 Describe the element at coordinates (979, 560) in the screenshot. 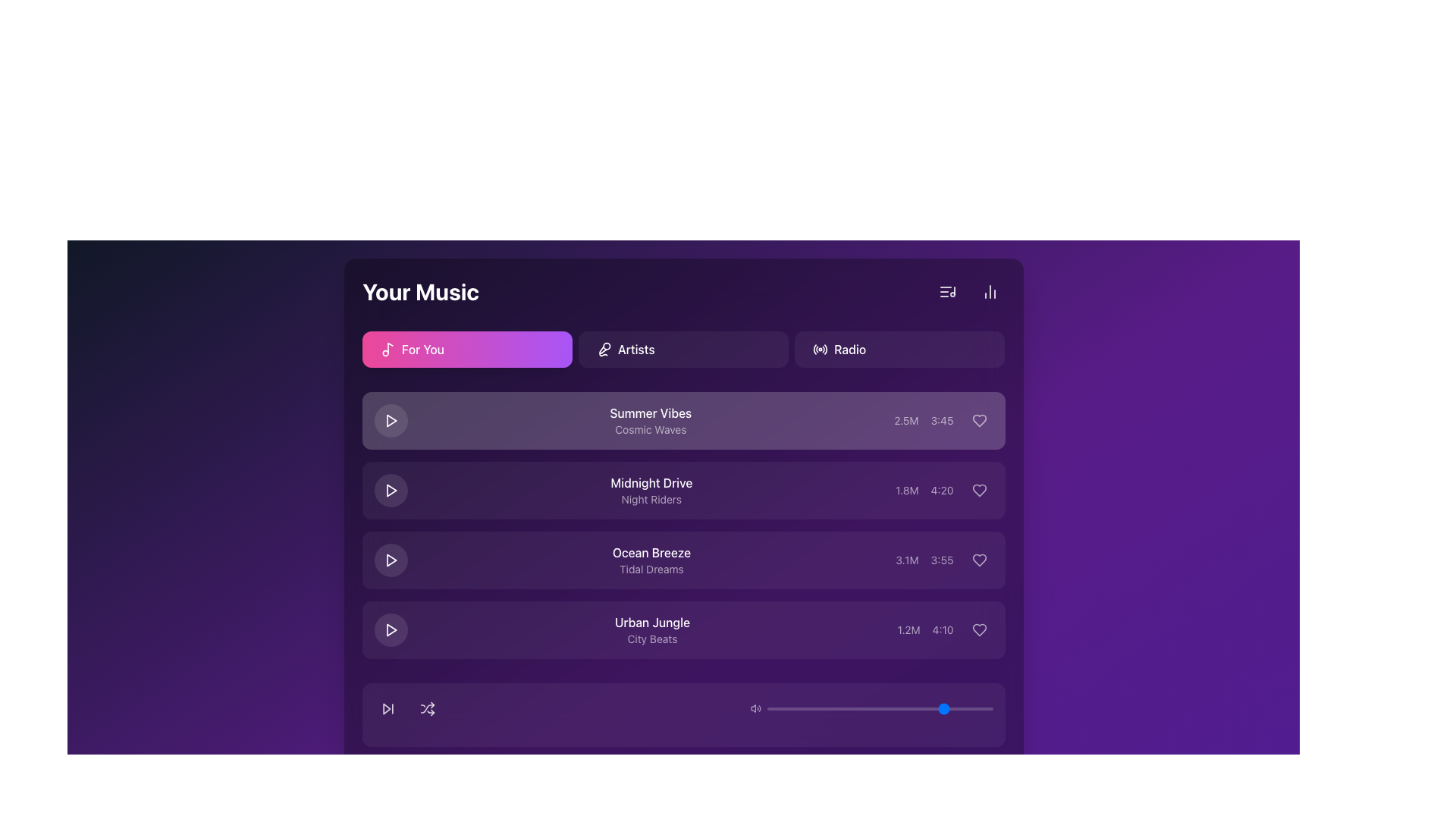

I see `the heart icon for the track 'Ocean Breeze'` at that location.